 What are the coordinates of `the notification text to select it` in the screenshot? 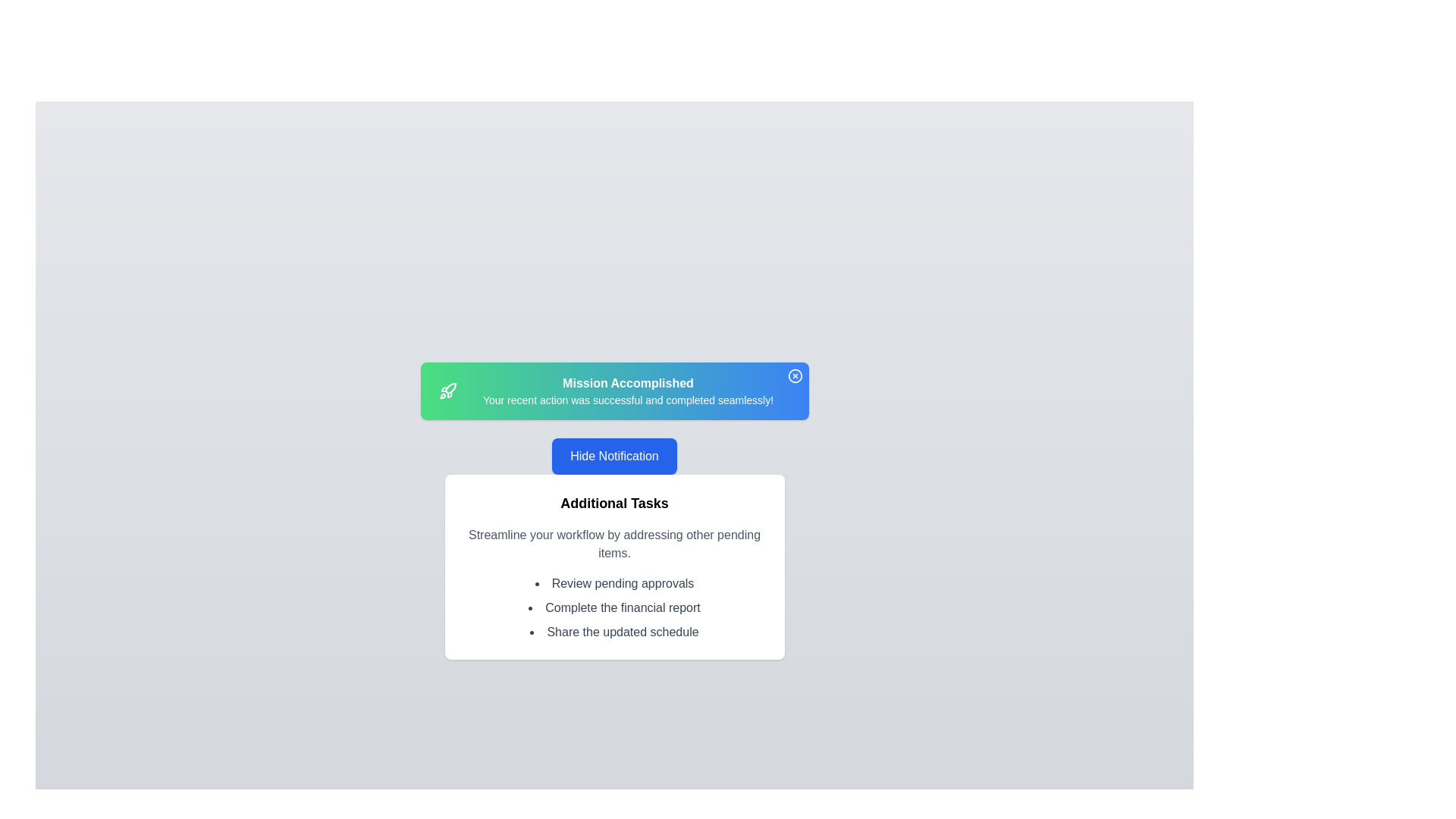 It's located at (628, 391).